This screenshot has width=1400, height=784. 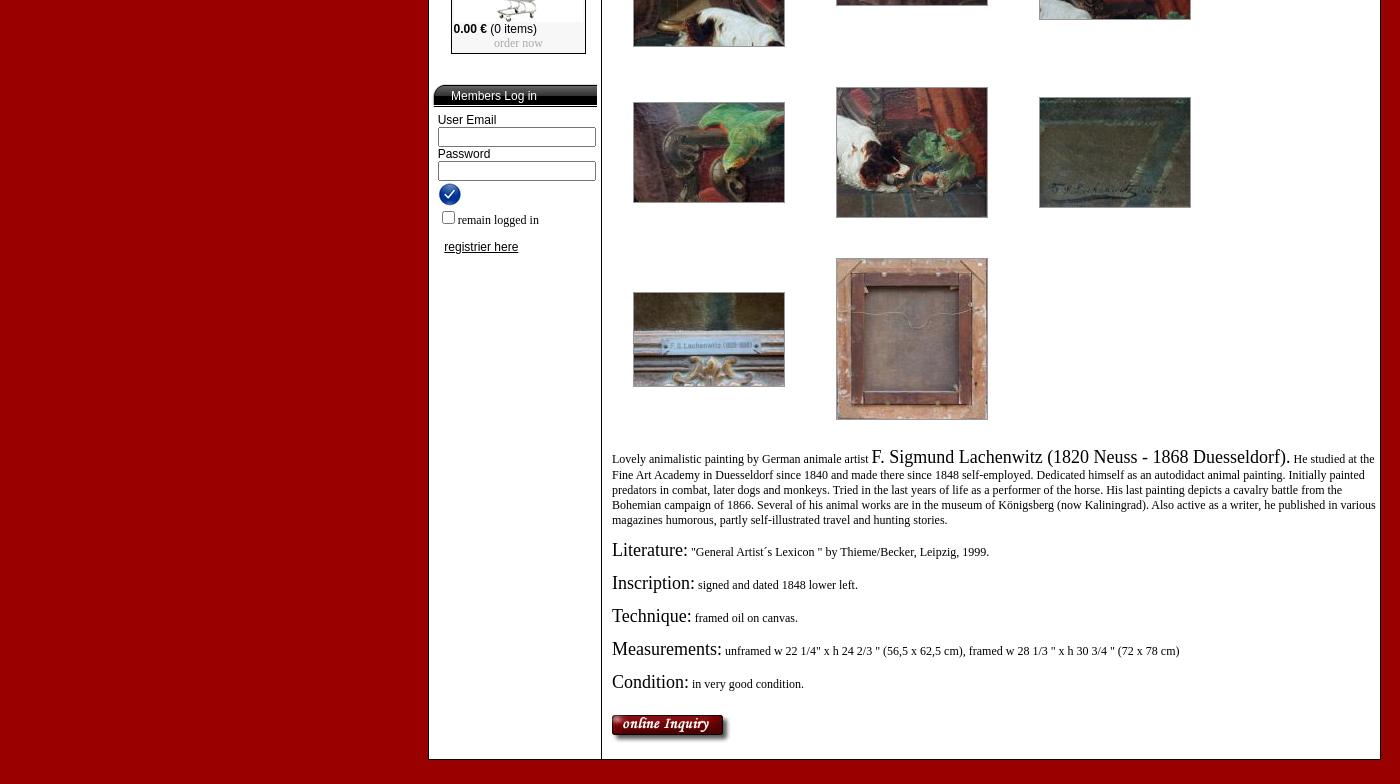 What do you see at coordinates (497, 219) in the screenshot?
I see `'remain logged in'` at bounding box center [497, 219].